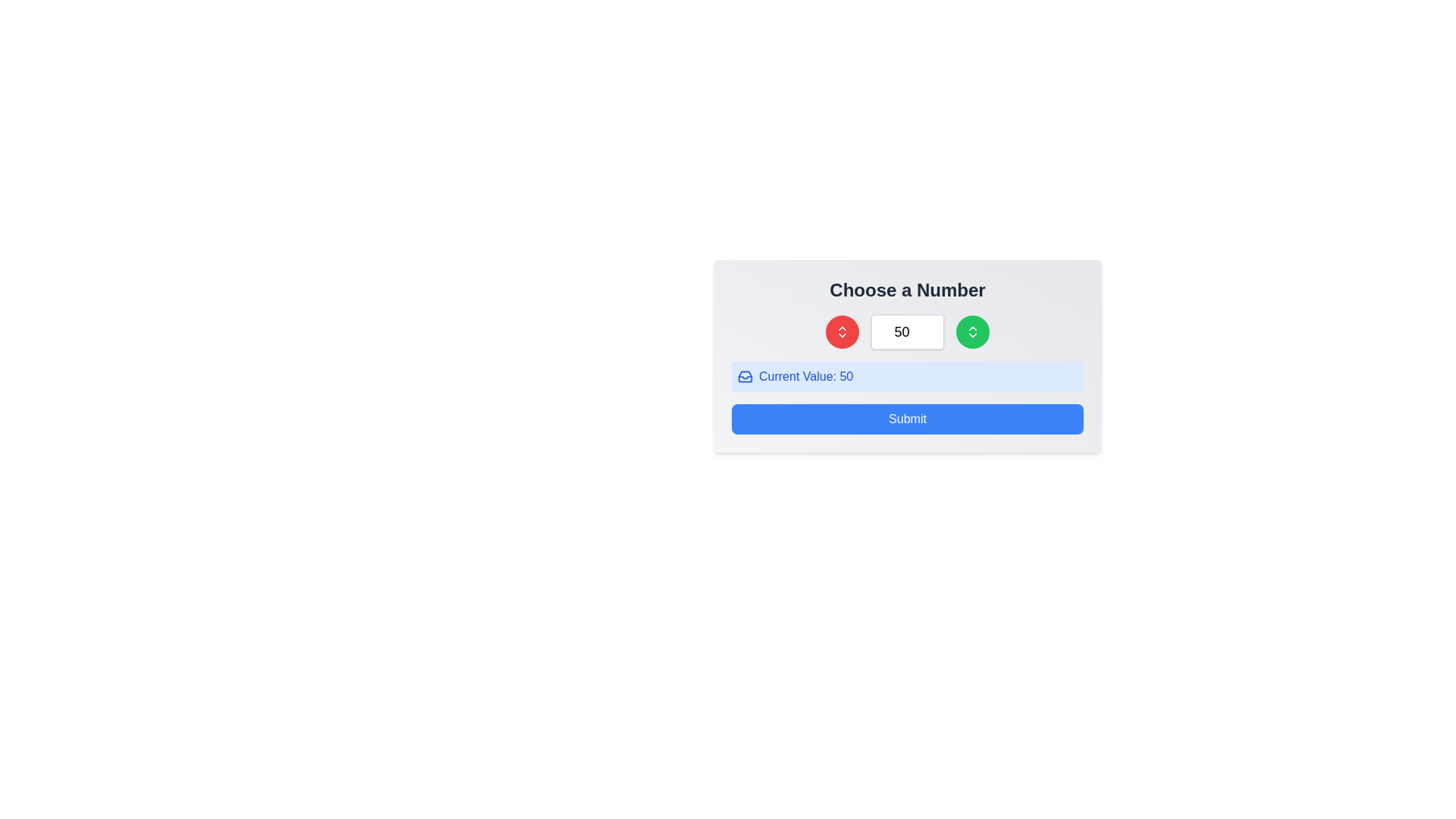 Image resolution: width=1456 pixels, height=819 pixels. Describe the element at coordinates (745, 376) in the screenshot. I see `the icon located on the far left of the text 'Current Value: 50', which serves as a visual cue for the value presented` at that location.